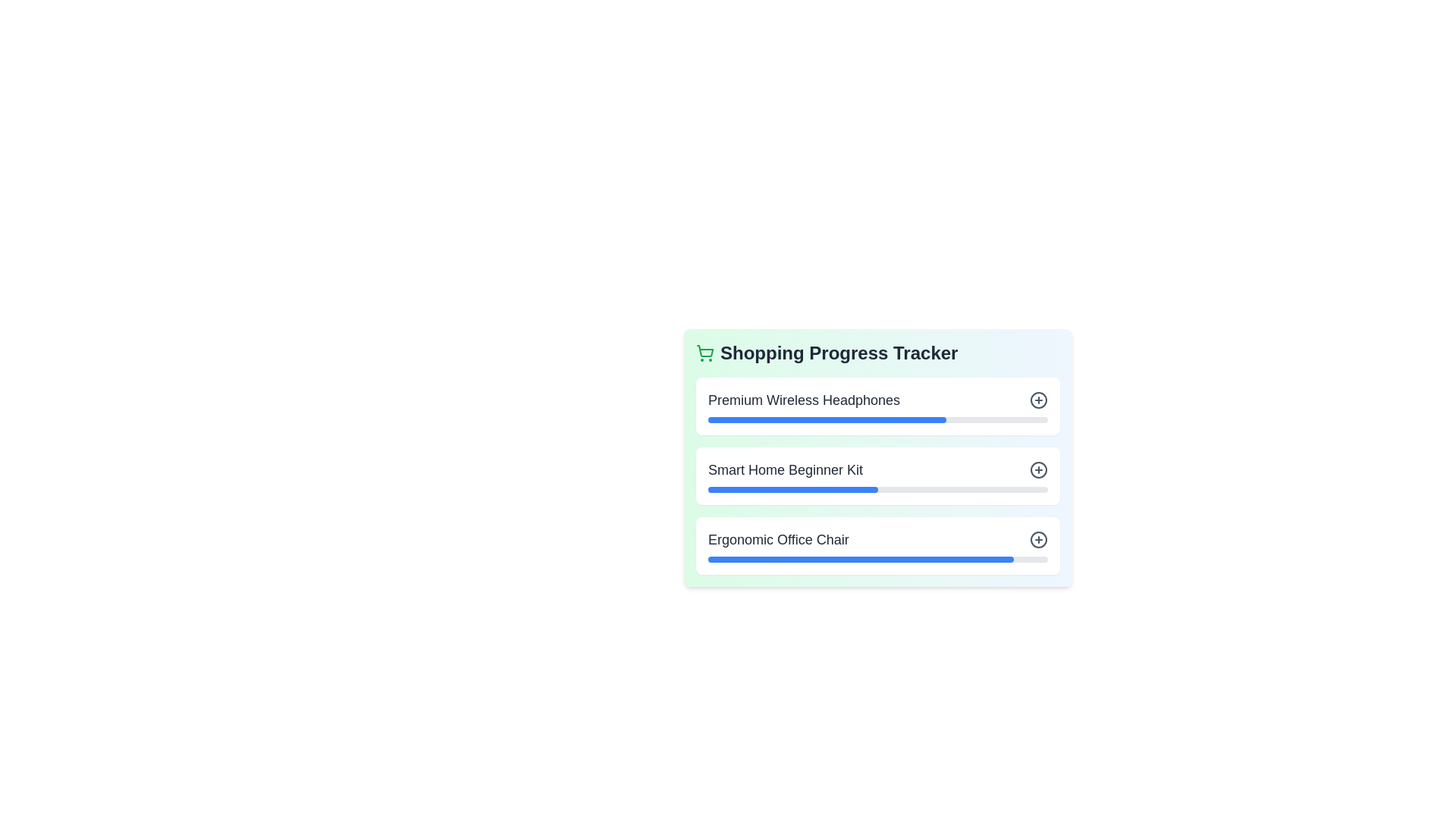  Describe the element at coordinates (704, 353) in the screenshot. I see `the shopping cart icon, which is green and located at the far left of the 'Shopping Progress Tracker' header` at that location.